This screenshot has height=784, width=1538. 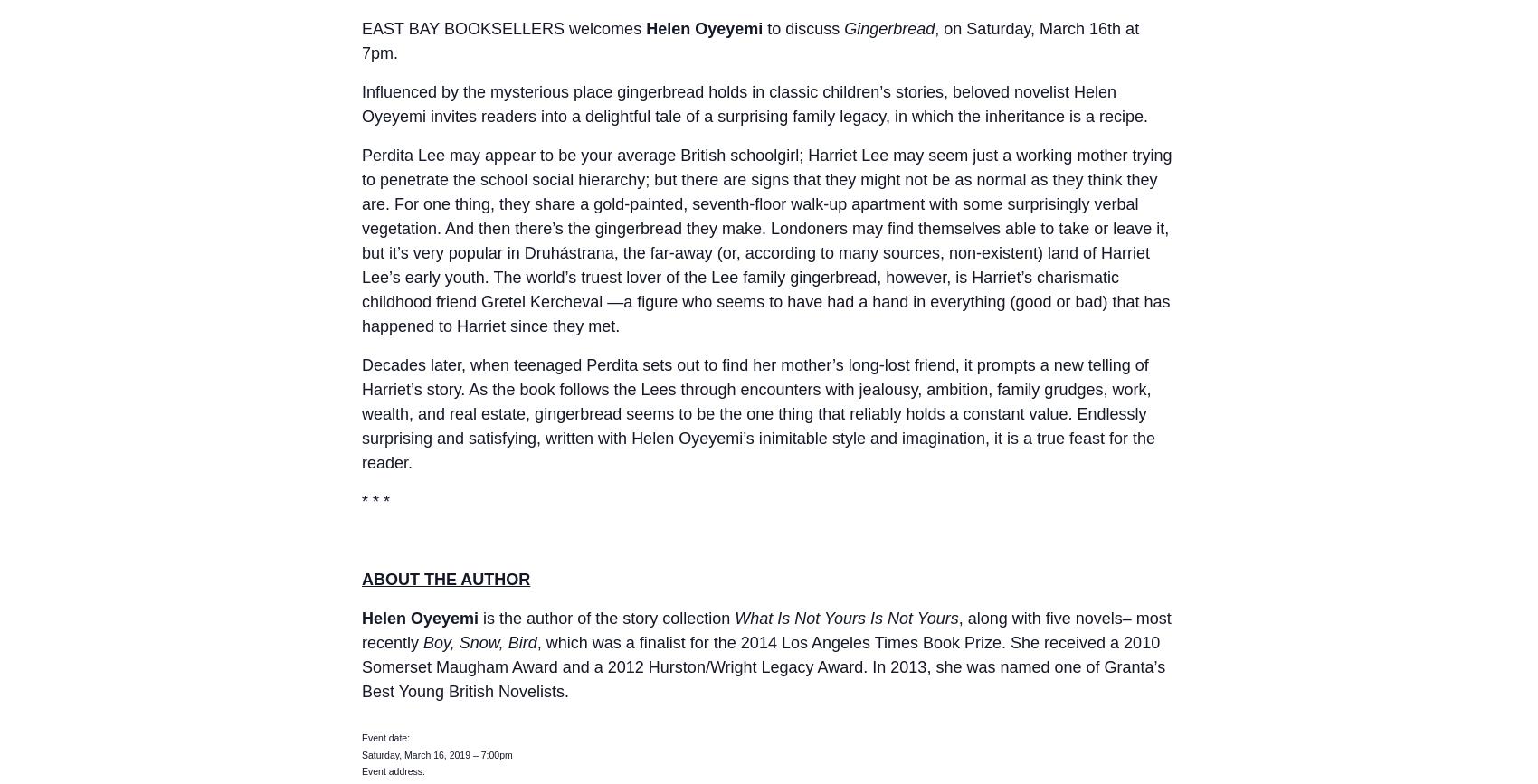 What do you see at coordinates (757, 413) in the screenshot?
I see `'Decades later, when teenaged Perdita sets out to find her mother’s long-lost friend, it prompts a new telling of Harriet’s story. As the book follows the Lees through encounters with jealousy, ambition, family grudges, work, wealth, and real estate, gingerbread seems to be the one thing that reliably holds a constant value. Endlessly surprising and satisfying, written with Helen Oyeyemi’s inimitable style and imagination, it is a true feast for the reader.'` at bounding box center [757, 413].